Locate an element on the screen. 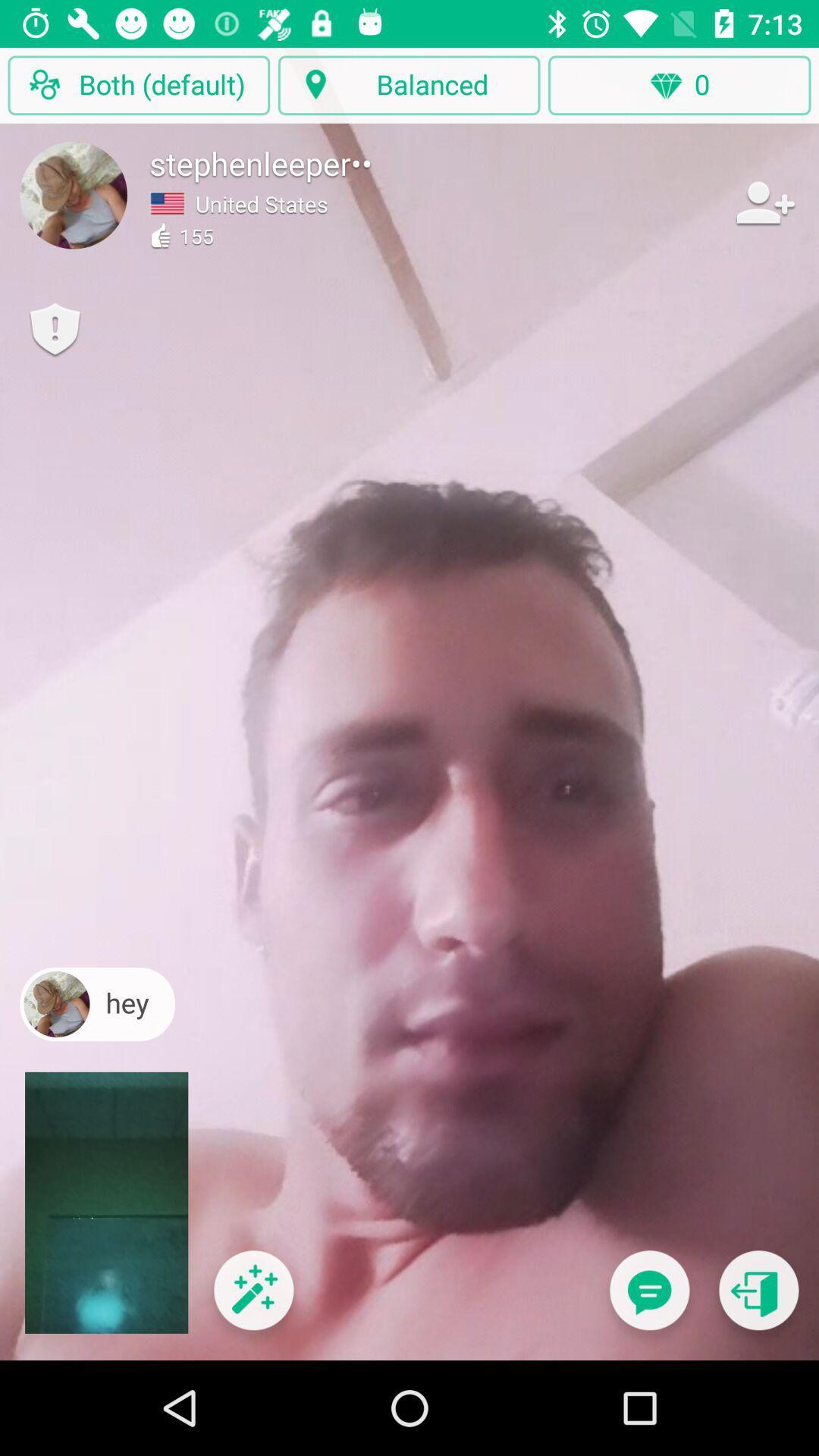  the edit icon is located at coordinates (253, 1299).